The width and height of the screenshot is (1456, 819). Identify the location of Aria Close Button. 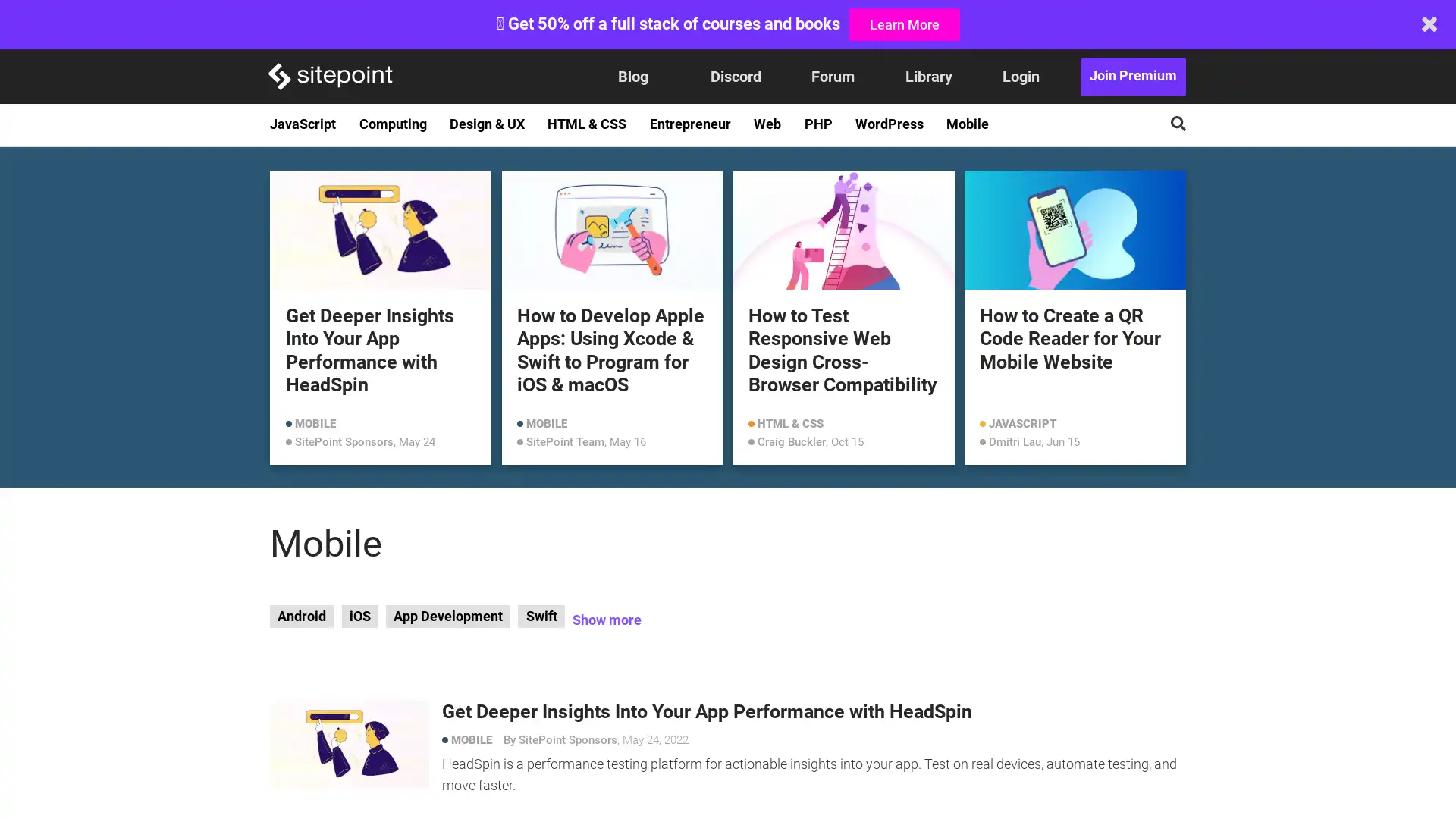
(1429, 24).